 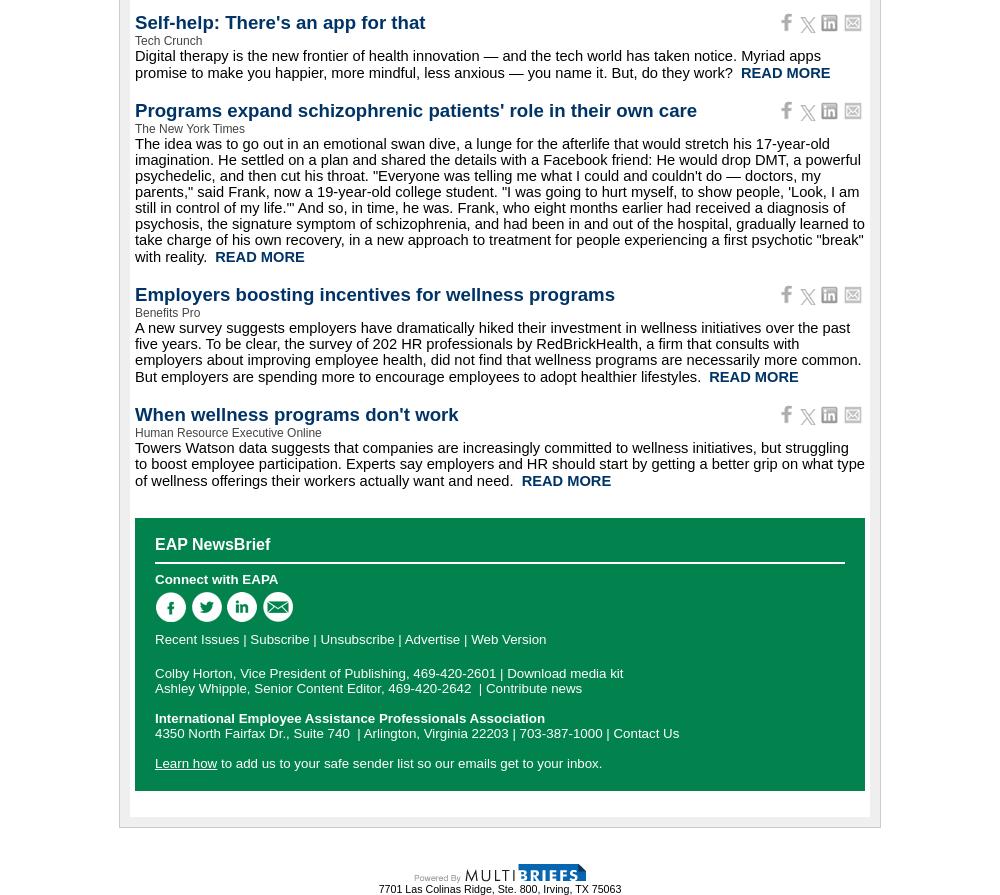 I want to click on 'Ashley Whipple, Senior Content Editor, 469-420-2642', so click(x=315, y=687).